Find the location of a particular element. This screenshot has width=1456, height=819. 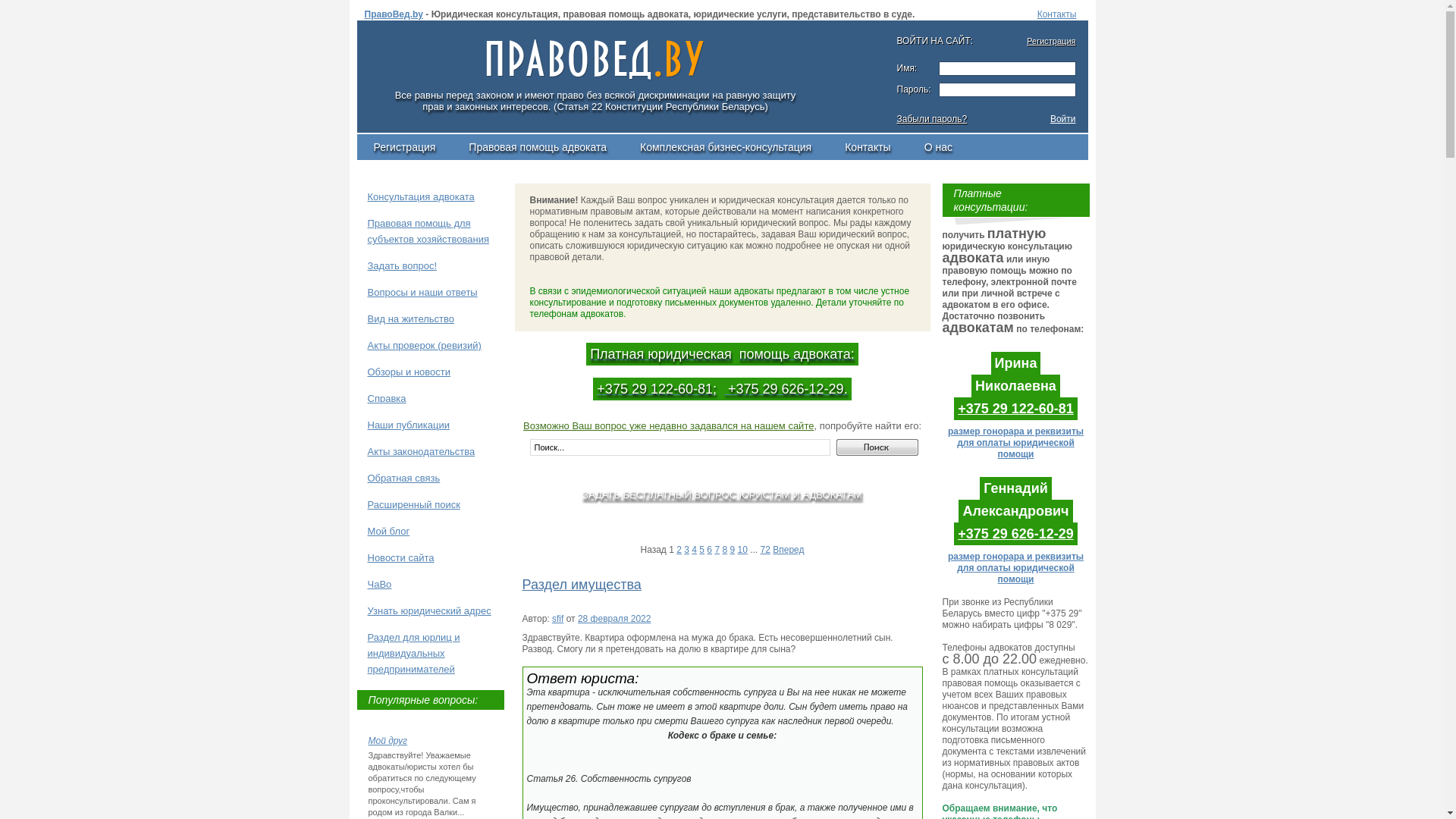

'+375 29 626-12-29' is located at coordinates (1015, 533).